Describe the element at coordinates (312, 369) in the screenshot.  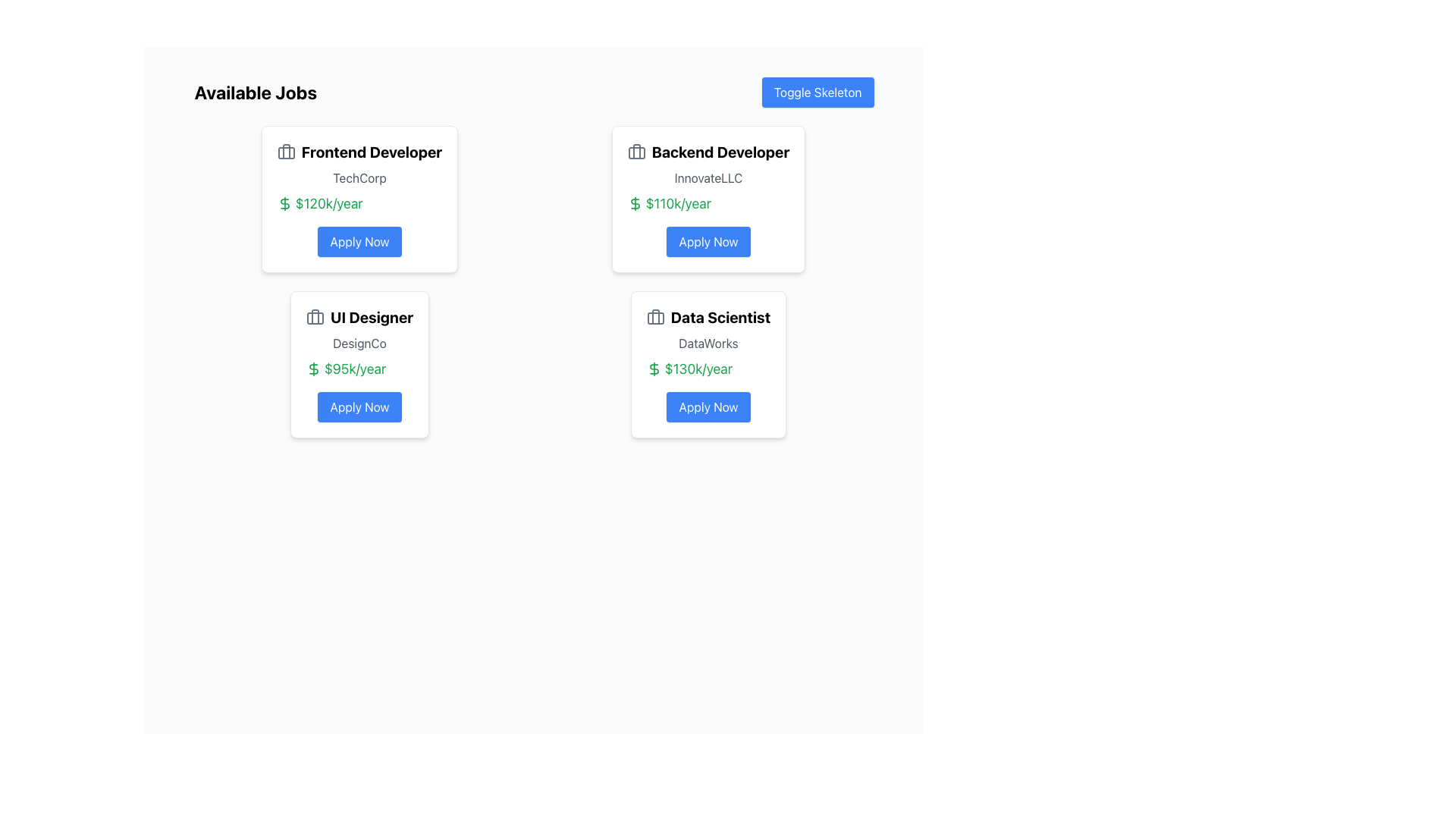
I see `the monetary value icon (SVG) that represents the salary information for the UI Designer job listing, located slightly below the job title and above the 'Apply Now' button` at that location.